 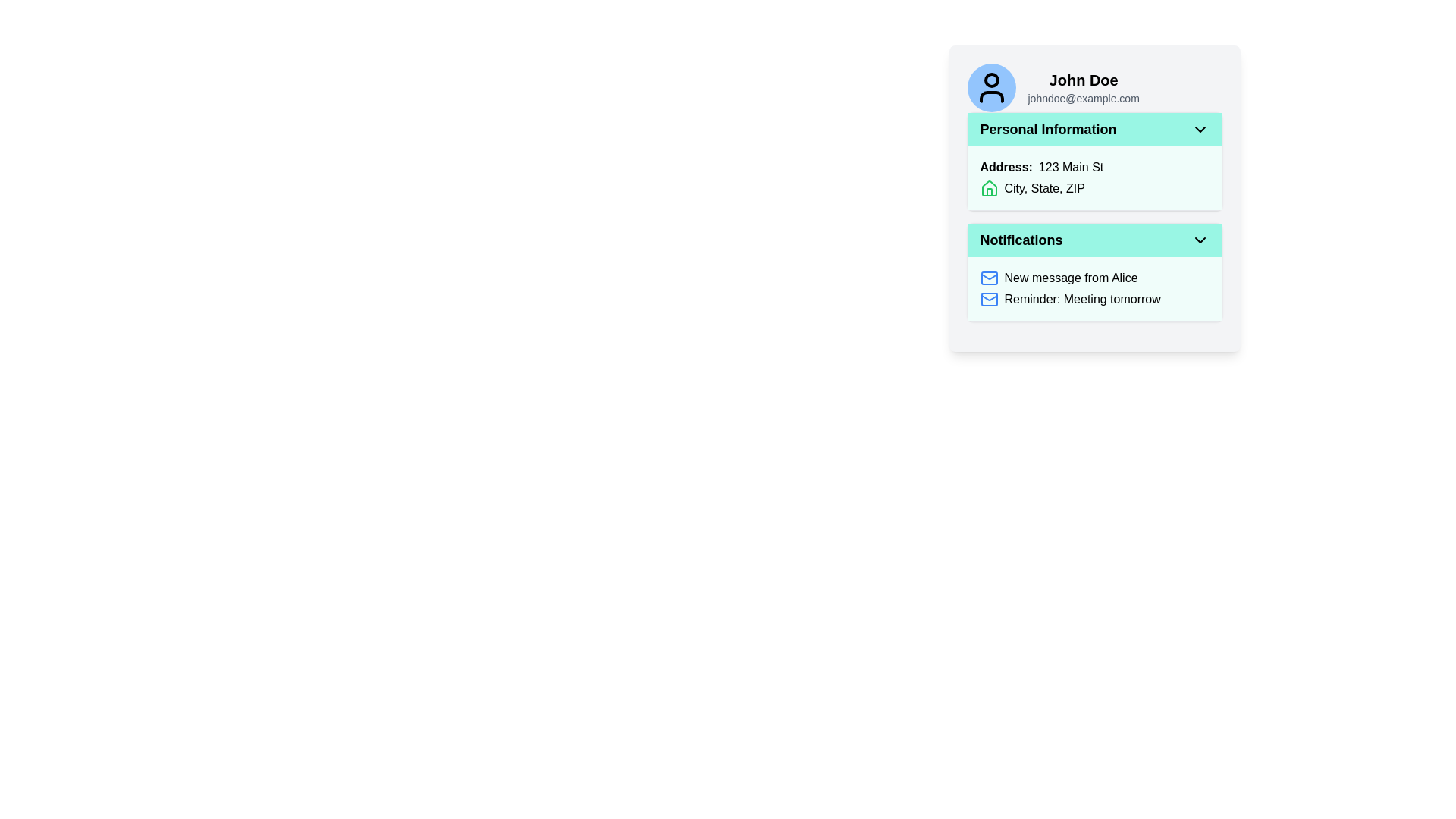 What do you see at coordinates (989, 278) in the screenshot?
I see `the small white rectangular UI component with rounded corners that represents the main body of the envelope icon in the Notifications section of the user profile card` at bounding box center [989, 278].